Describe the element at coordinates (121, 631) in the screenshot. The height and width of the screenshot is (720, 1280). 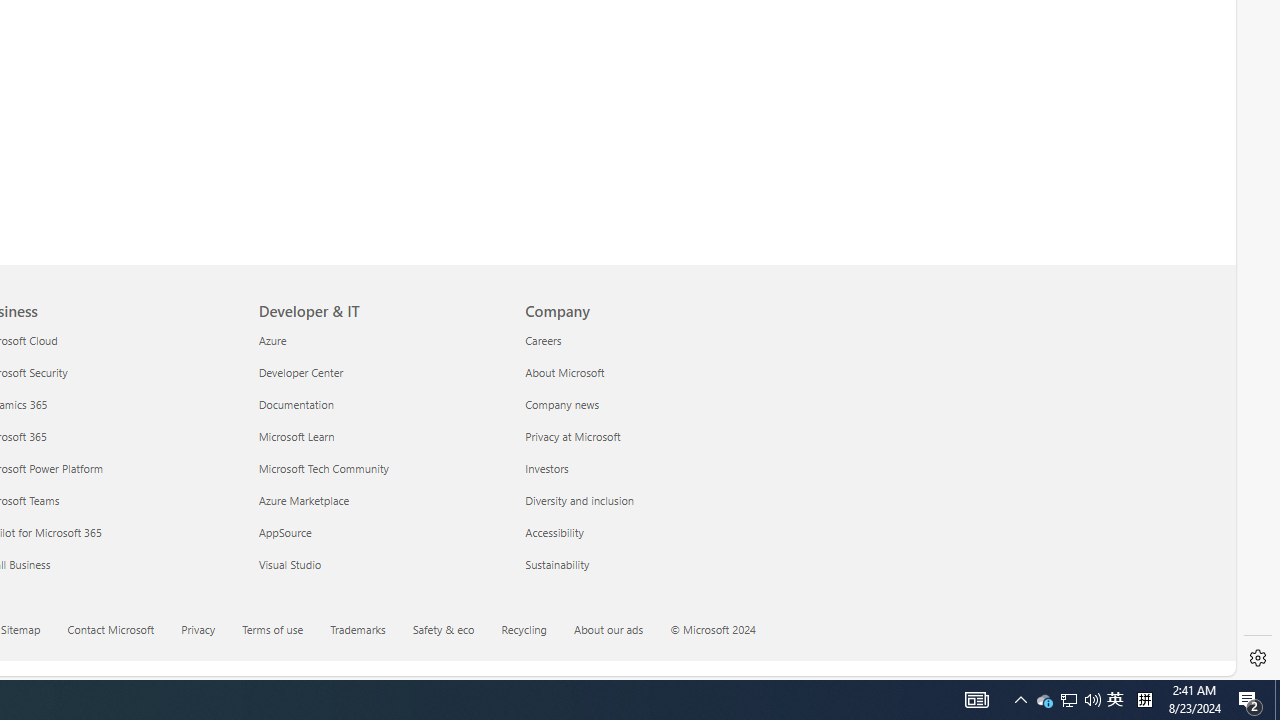
I see `'Contact Microsoft'` at that location.